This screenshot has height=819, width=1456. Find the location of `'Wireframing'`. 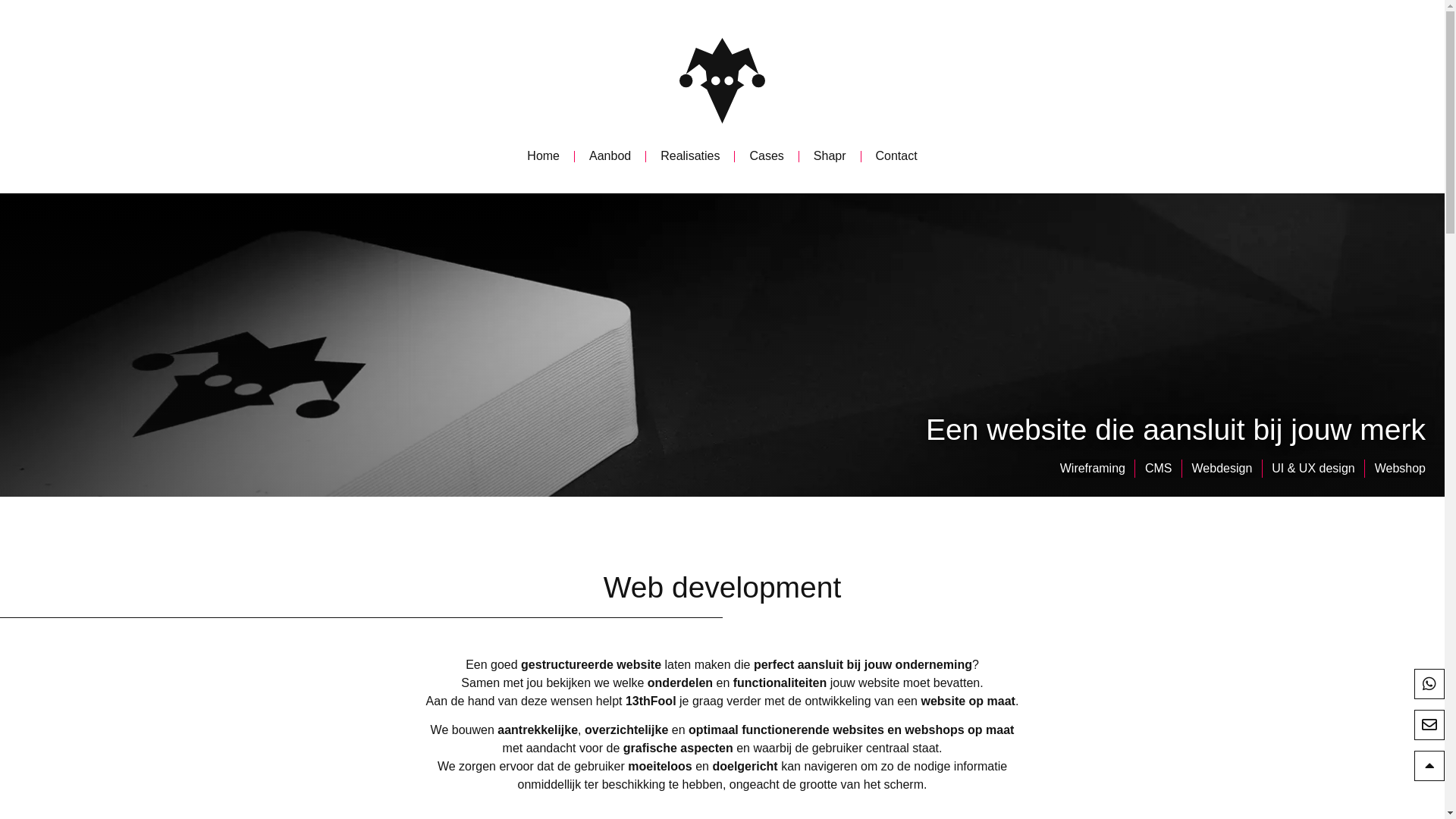

'Wireframing' is located at coordinates (1059, 467).